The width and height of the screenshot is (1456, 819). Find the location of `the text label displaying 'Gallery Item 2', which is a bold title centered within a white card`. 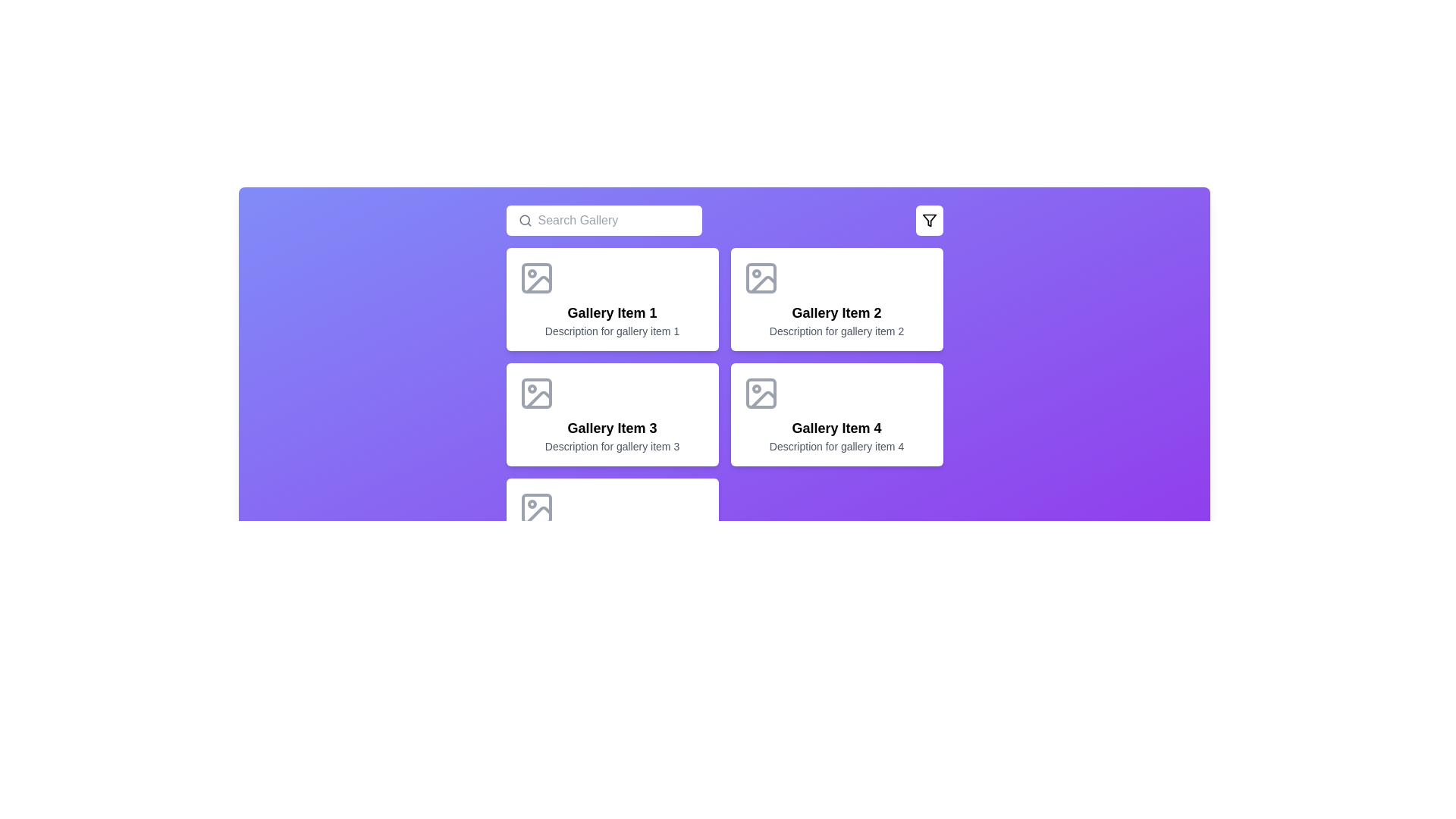

the text label displaying 'Gallery Item 2', which is a bold title centered within a white card is located at coordinates (836, 312).